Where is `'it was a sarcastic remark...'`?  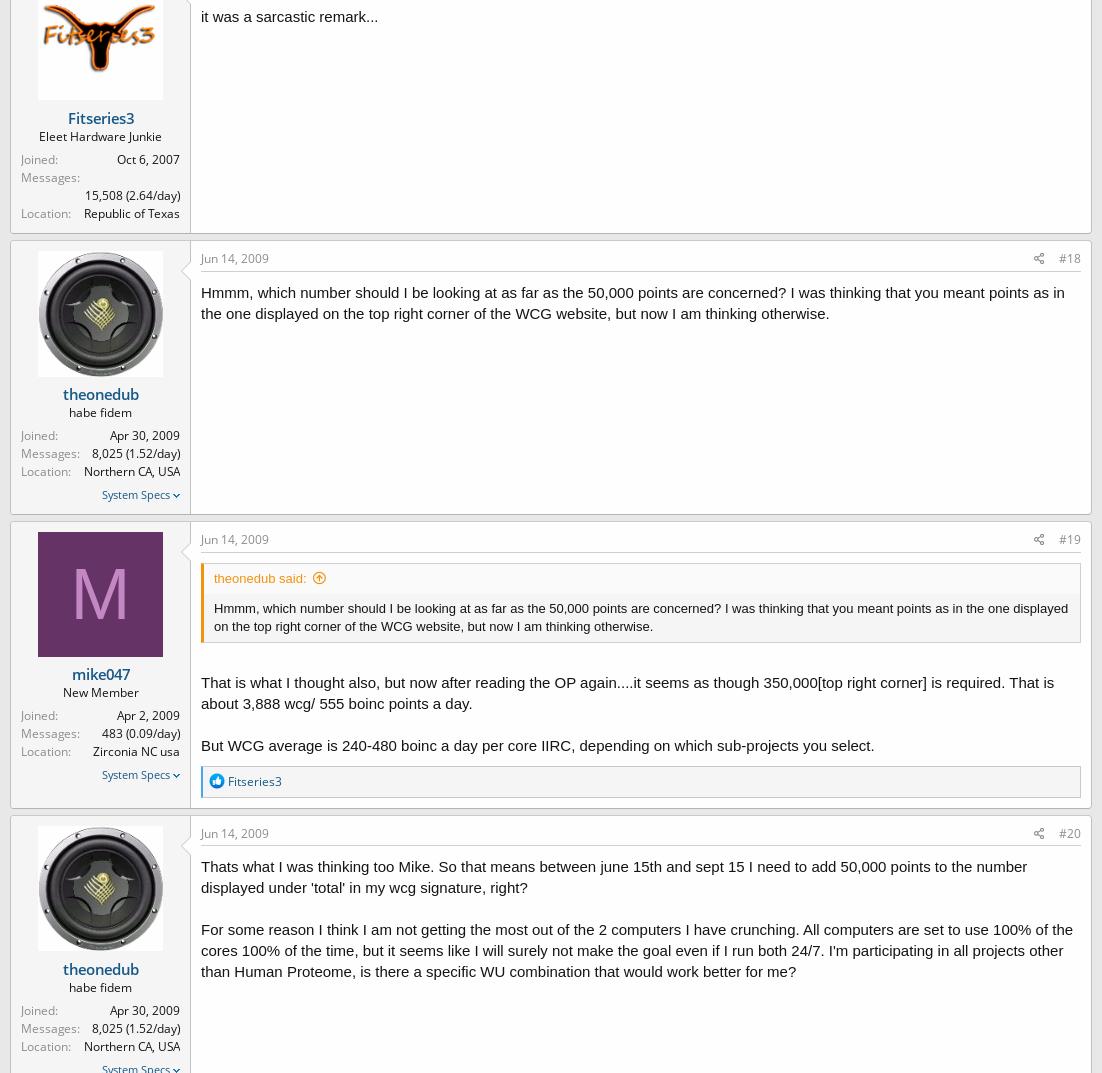
'it was a sarcastic remark...' is located at coordinates (201, 15).